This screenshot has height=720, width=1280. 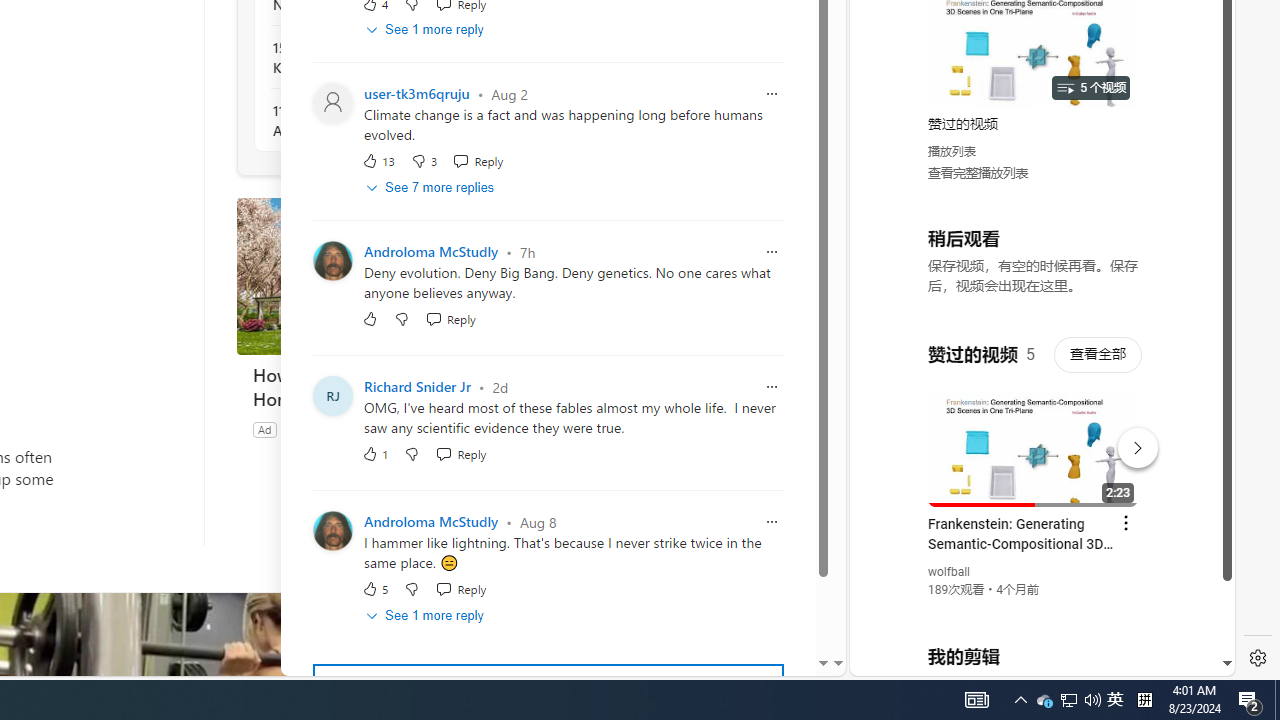 I want to click on '5 Like', so click(x=375, y=588).